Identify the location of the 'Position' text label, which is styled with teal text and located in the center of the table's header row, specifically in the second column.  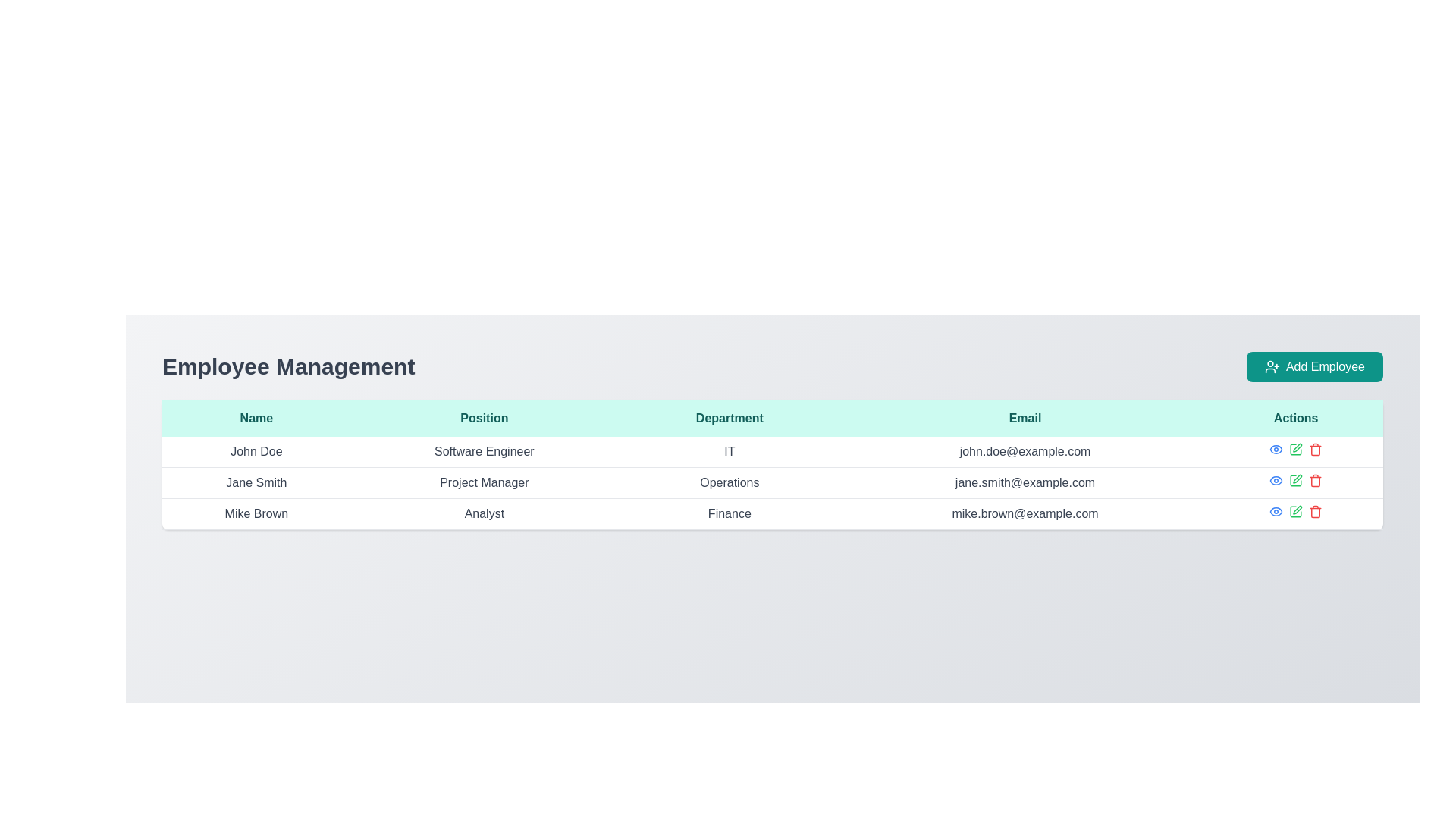
(483, 418).